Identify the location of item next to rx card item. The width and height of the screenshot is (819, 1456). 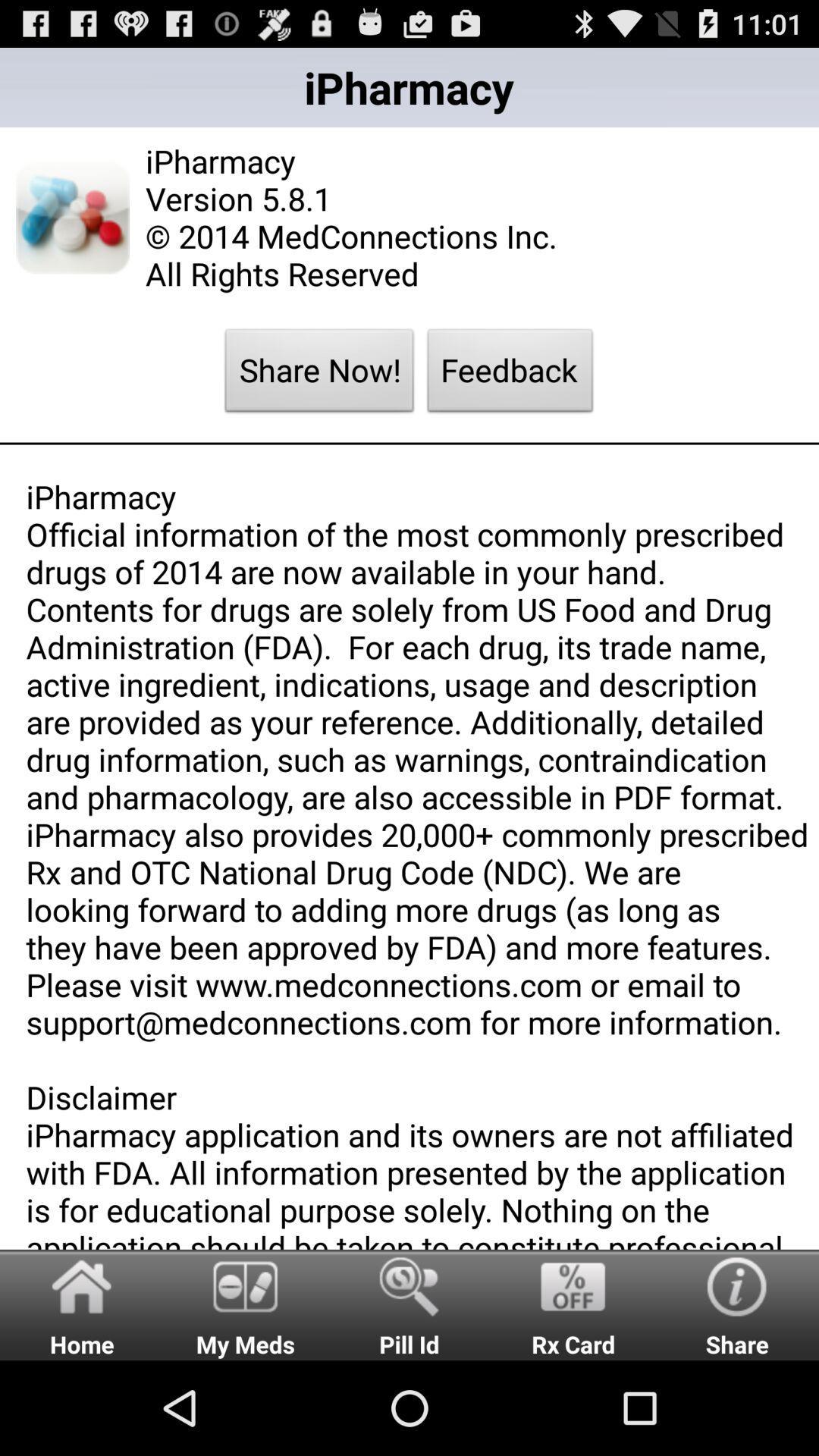
(409, 1304).